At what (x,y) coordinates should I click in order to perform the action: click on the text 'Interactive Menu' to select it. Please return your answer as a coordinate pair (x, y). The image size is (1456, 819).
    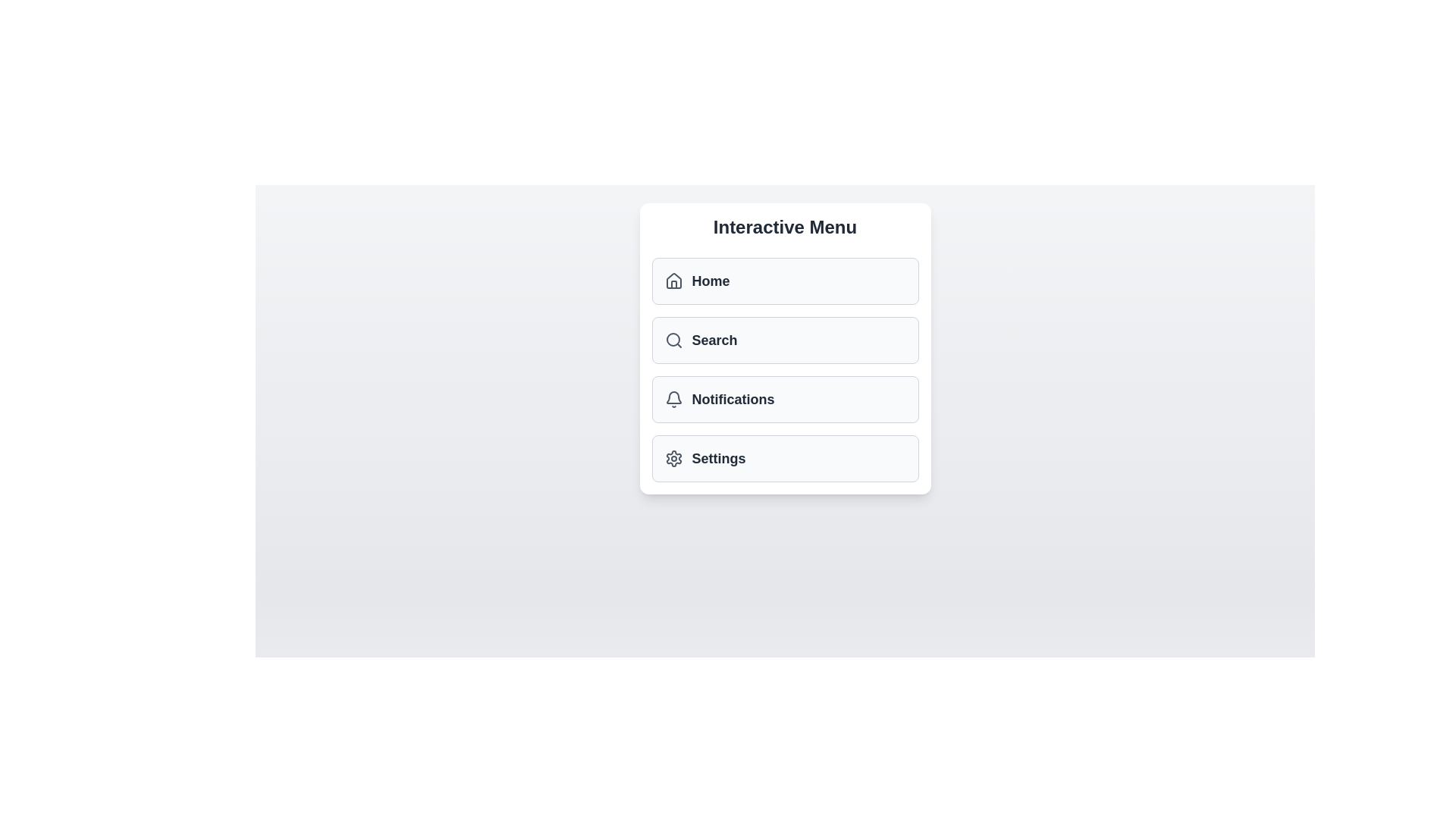
    Looking at the image, I should click on (785, 227).